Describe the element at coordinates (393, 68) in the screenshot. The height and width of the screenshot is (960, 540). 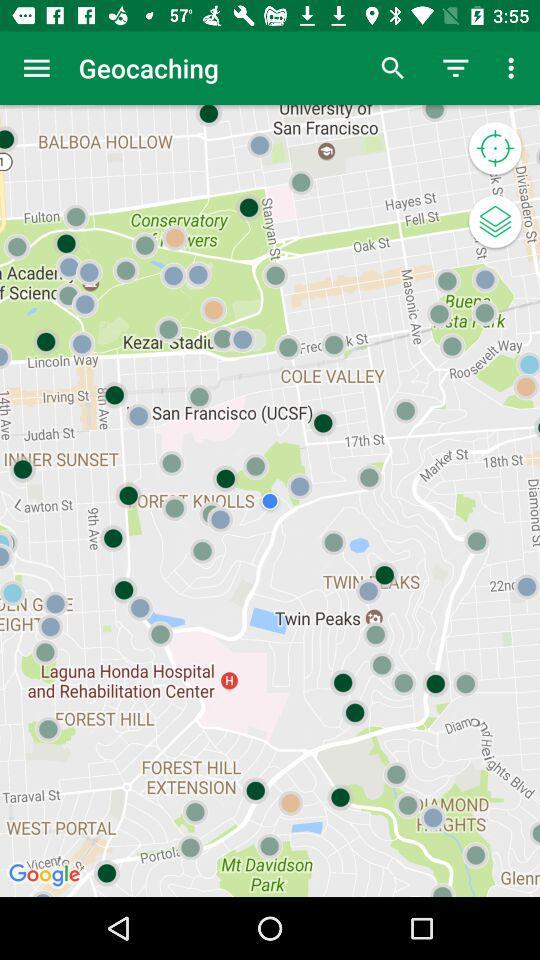
I see `item next to the geocaching icon` at that location.